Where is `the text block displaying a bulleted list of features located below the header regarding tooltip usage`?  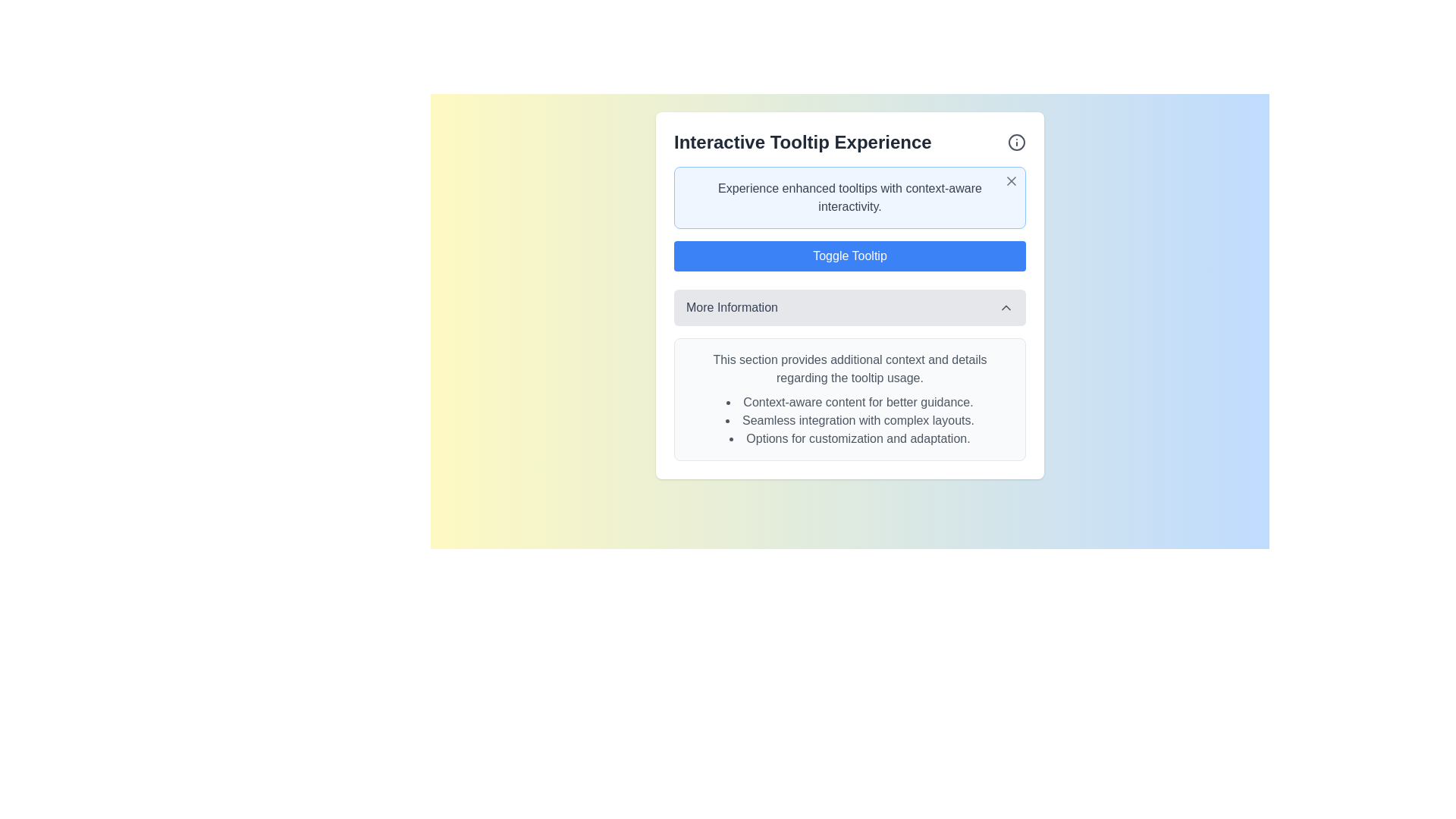
the text block displaying a bulleted list of features located below the header regarding tooltip usage is located at coordinates (850, 421).